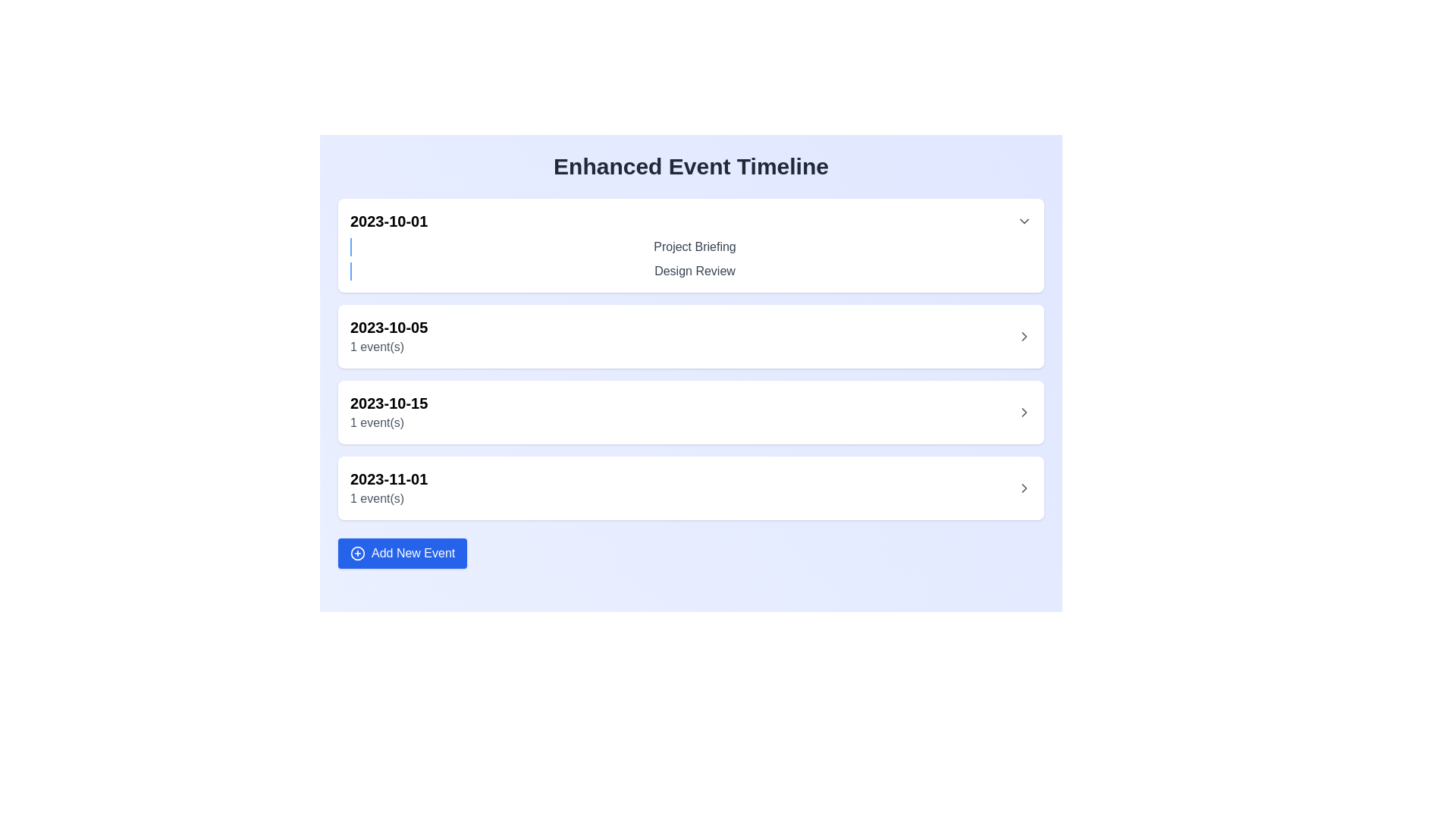 Image resolution: width=1456 pixels, height=819 pixels. Describe the element at coordinates (389, 479) in the screenshot. I see `the date text '2023-11-01' displayed in bold within the event list` at that location.